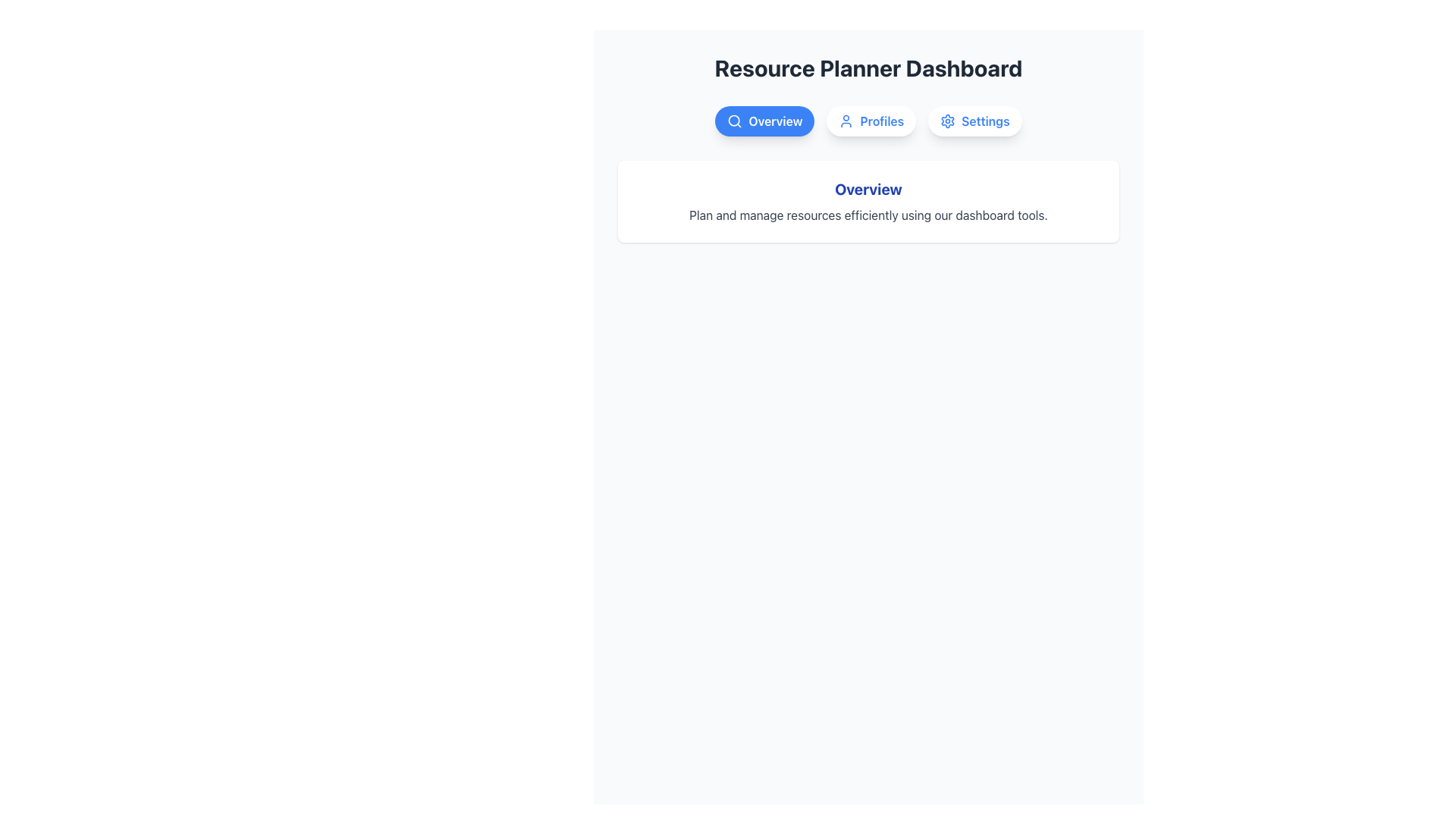 The height and width of the screenshot is (819, 1456). Describe the element at coordinates (764, 120) in the screenshot. I see `the 'Overview' button, which is the first button in a row of three buttons at the top center of the interface` at that location.